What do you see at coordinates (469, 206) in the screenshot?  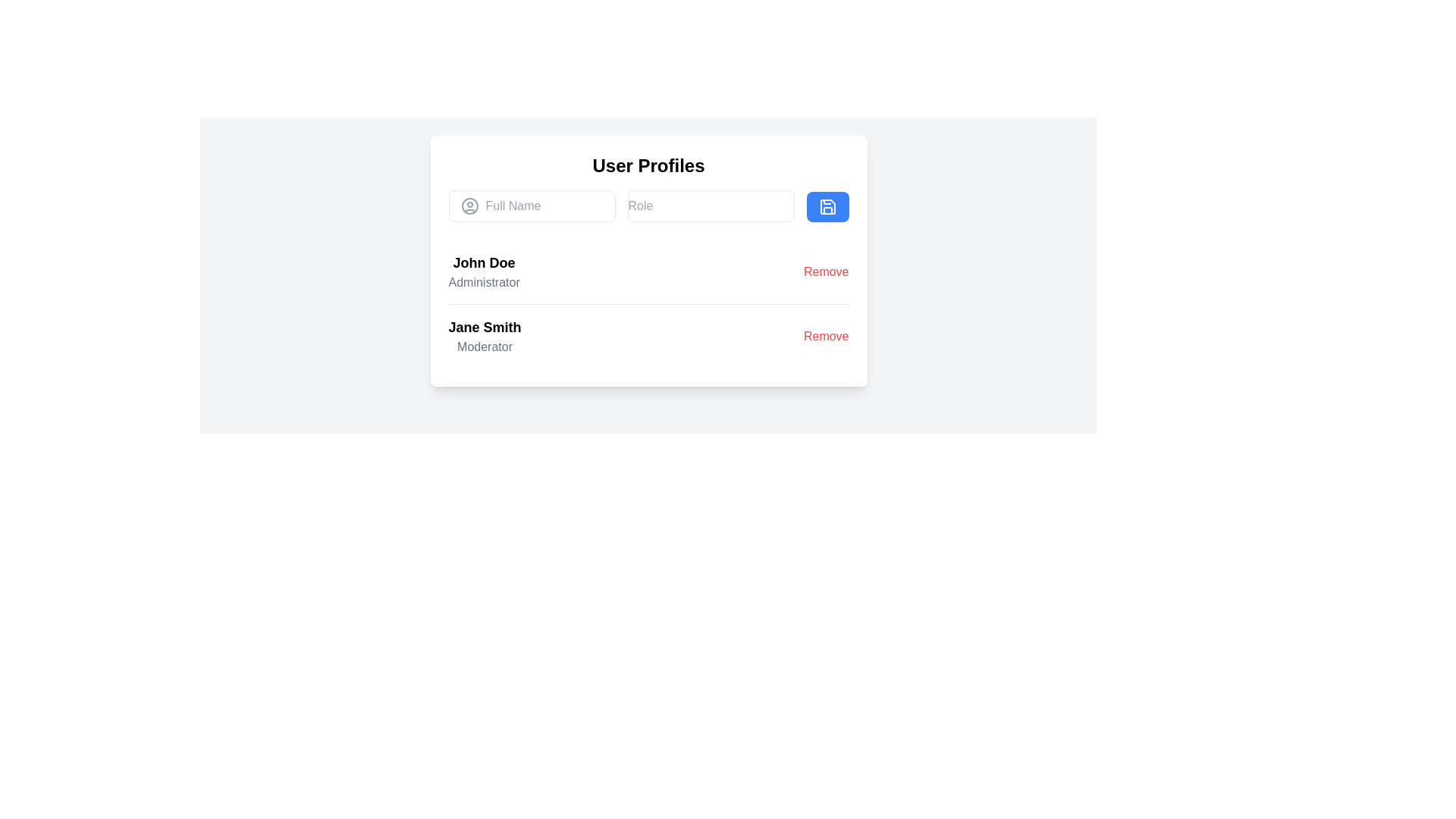 I see `the outermost Circle SVG element of the user icon located to the left of the 'Full Name' text input field in the 'User Profiles' card` at bounding box center [469, 206].